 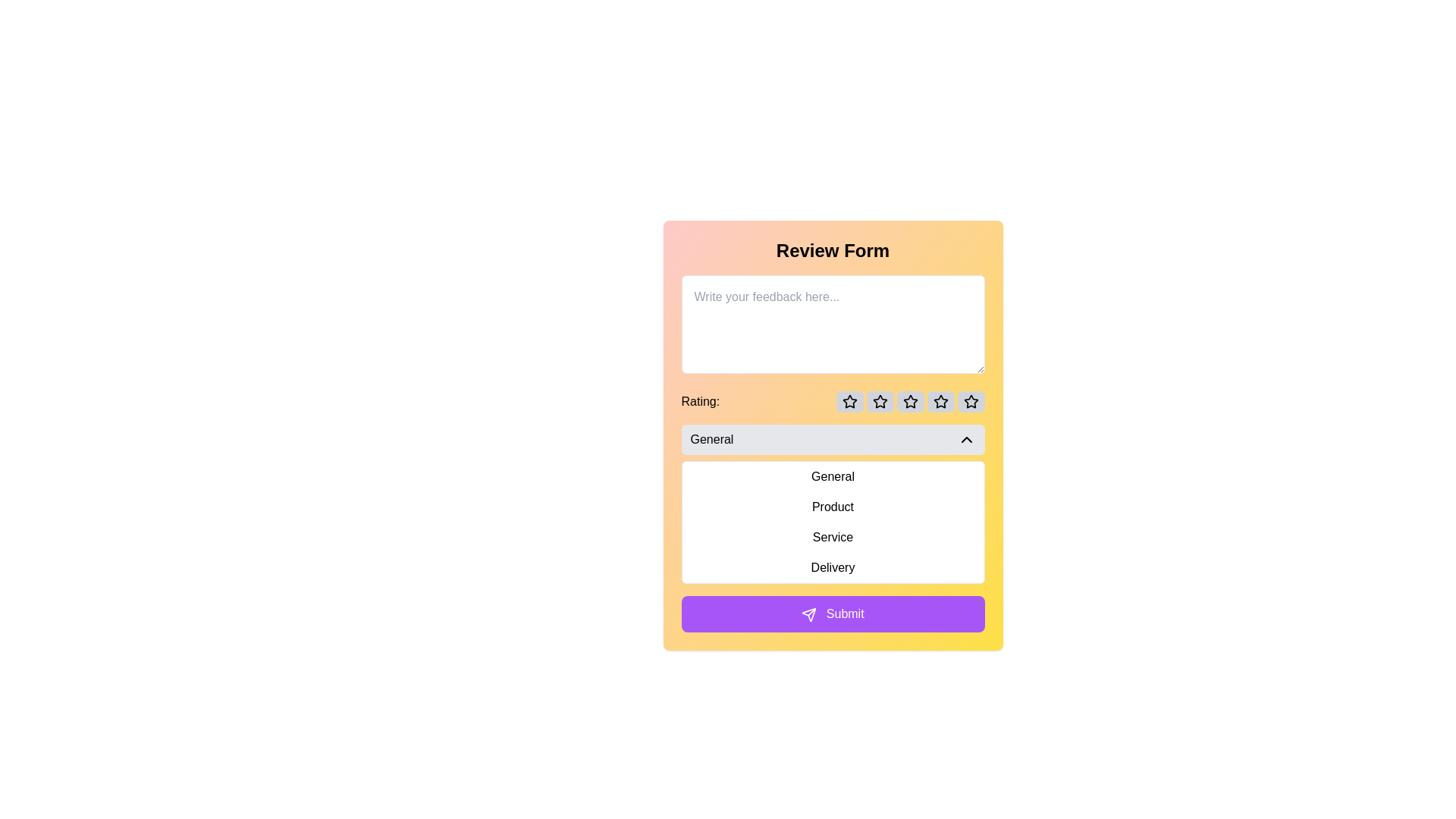 I want to click on the third star in the rating options under the label 'Rating:', so click(x=910, y=400).